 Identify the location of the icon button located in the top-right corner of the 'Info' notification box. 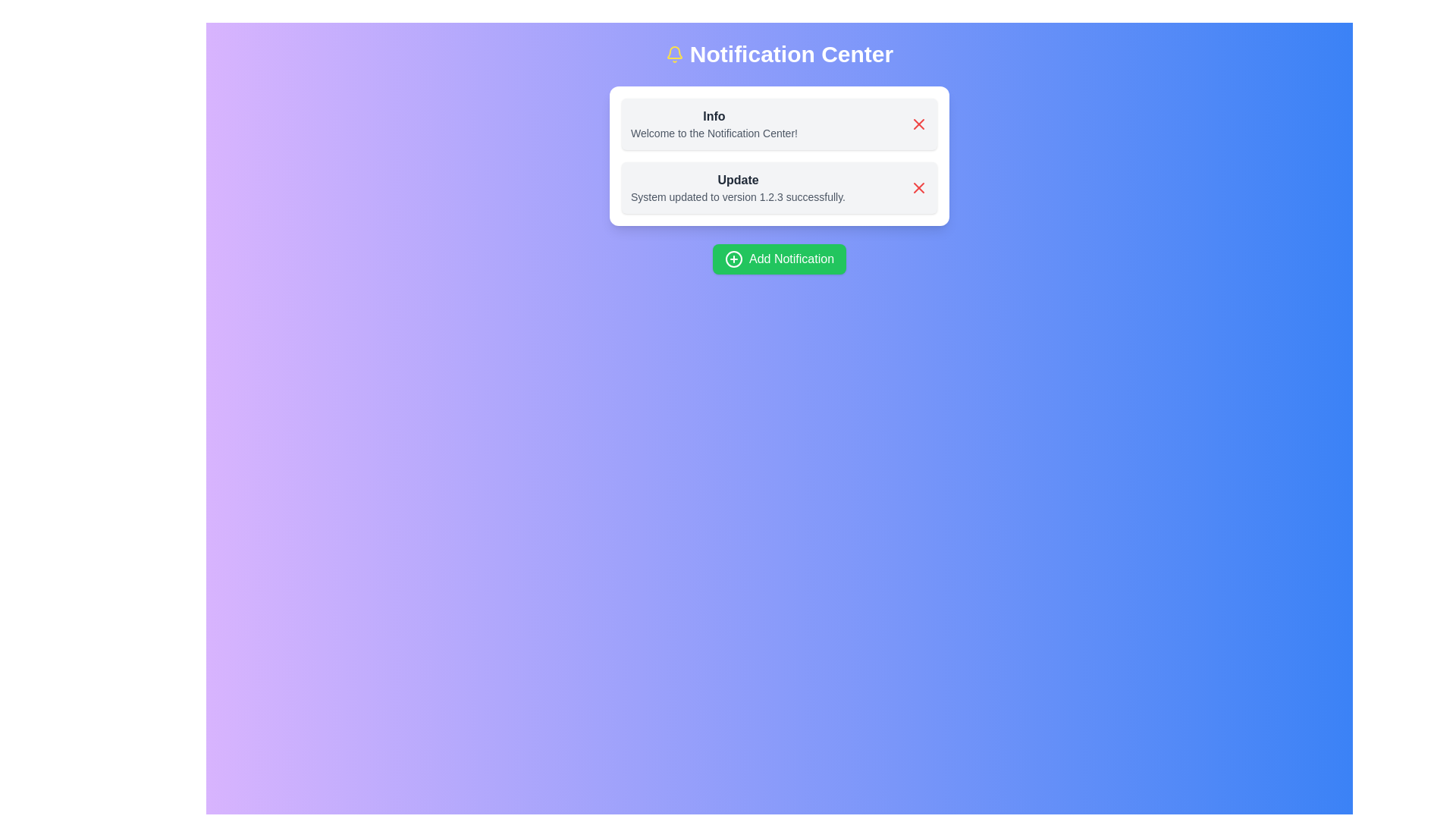
(918, 124).